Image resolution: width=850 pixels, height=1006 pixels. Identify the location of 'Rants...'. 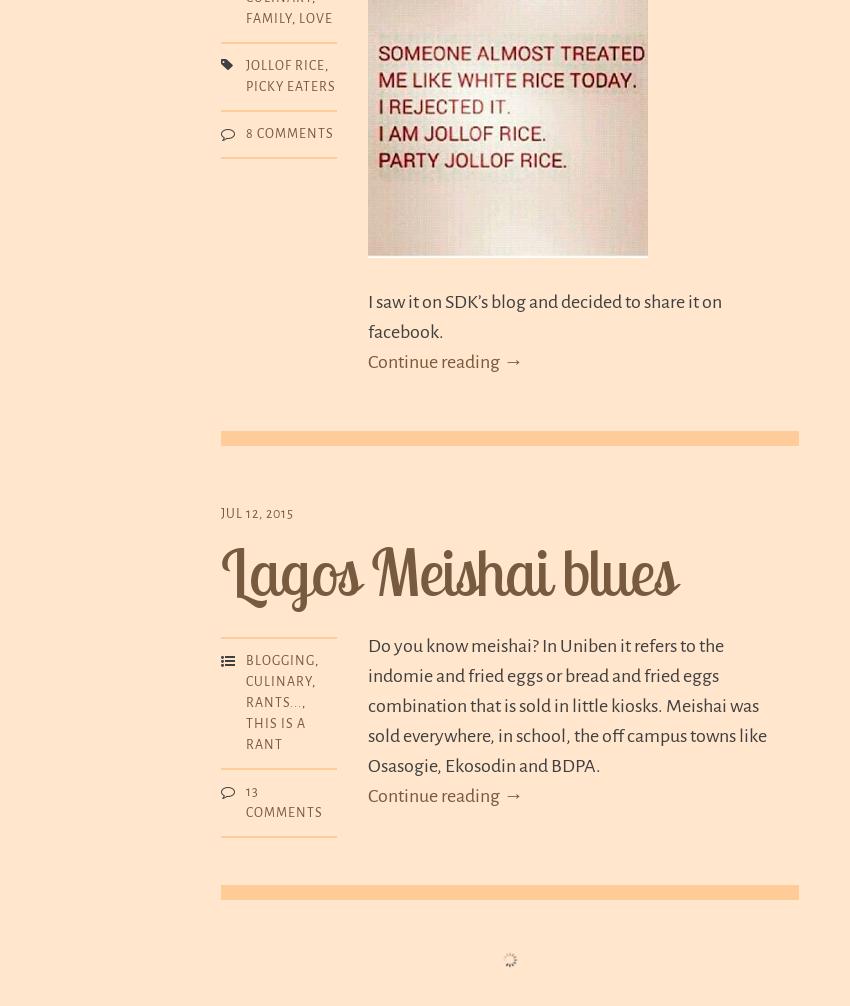
(273, 702).